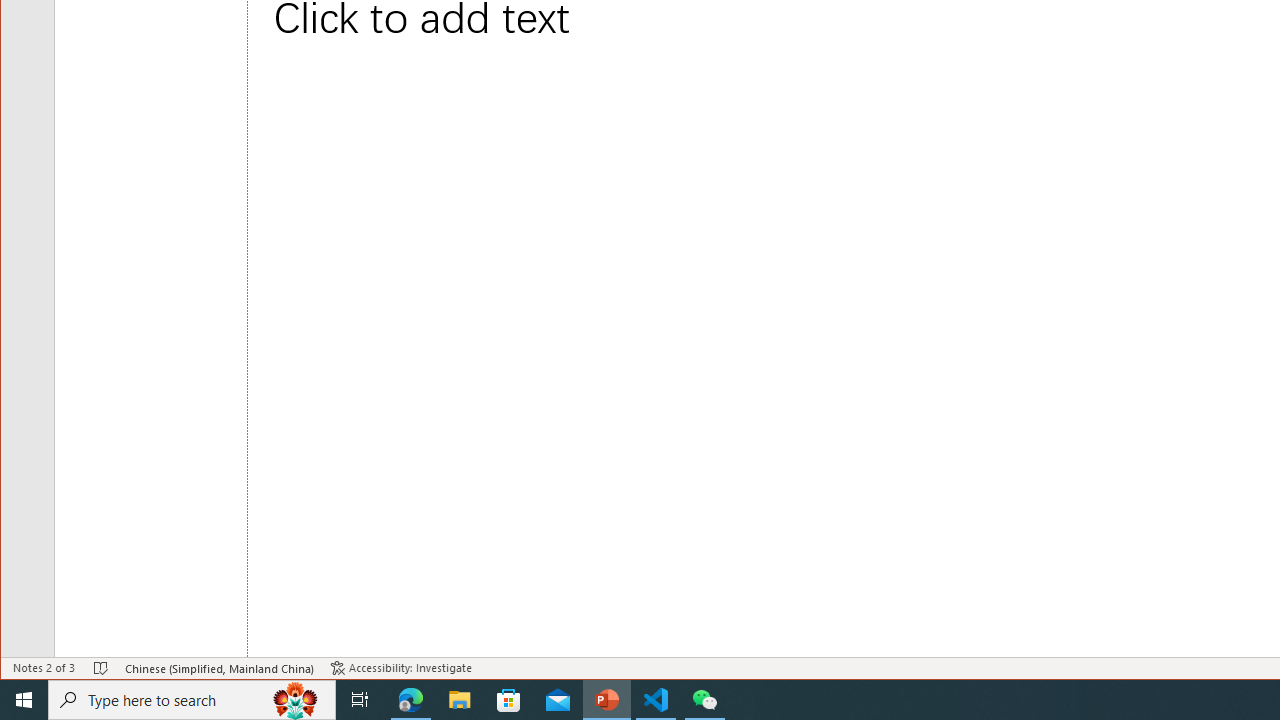 Image resolution: width=1280 pixels, height=720 pixels. I want to click on 'Search highlights icon opens search home window', so click(294, 698).